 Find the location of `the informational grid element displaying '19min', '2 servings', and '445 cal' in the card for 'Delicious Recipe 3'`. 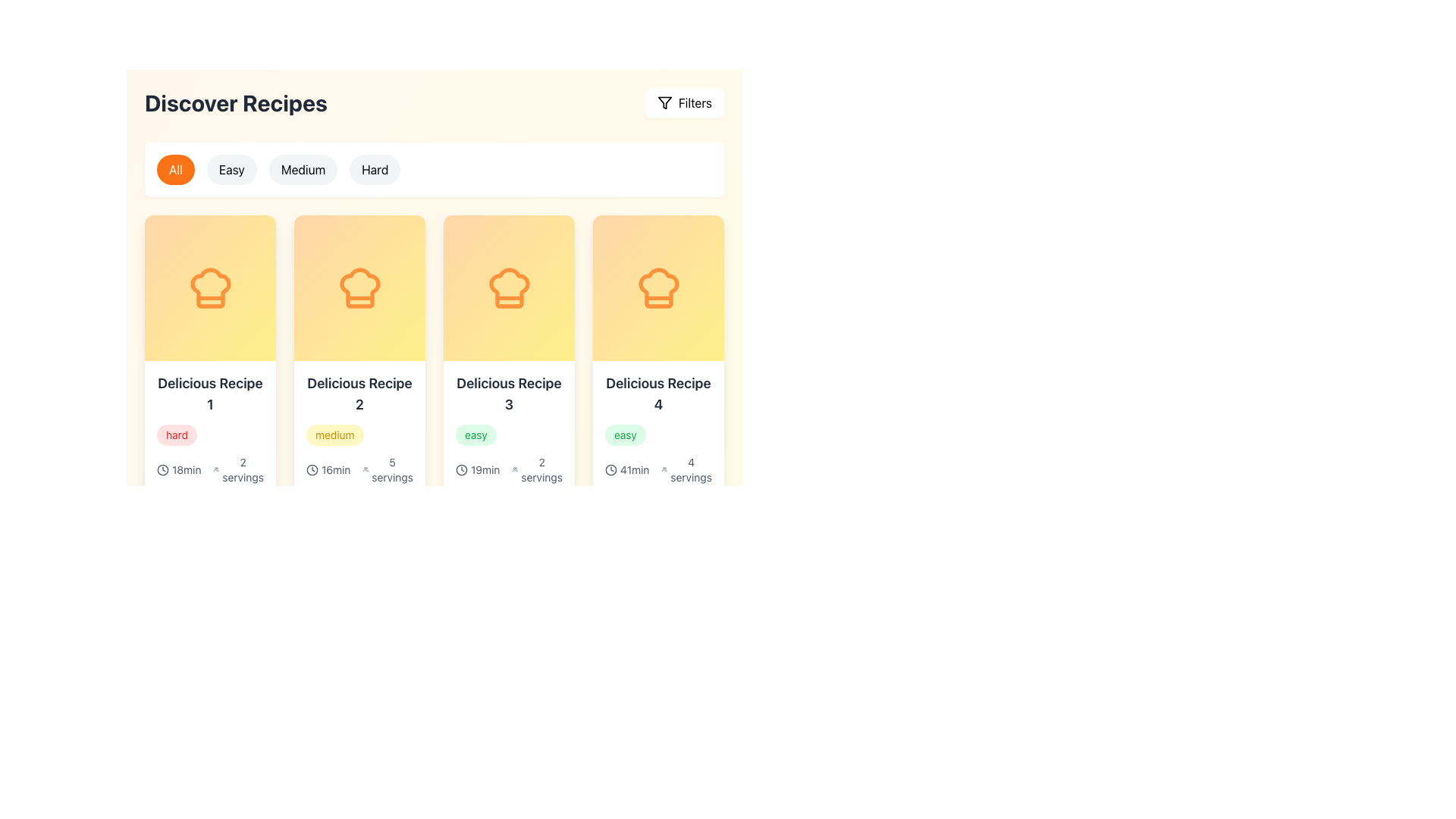

the informational grid element displaying '19min', '2 servings', and '445 cal' in the card for 'Delicious Recipe 3' is located at coordinates (509, 488).